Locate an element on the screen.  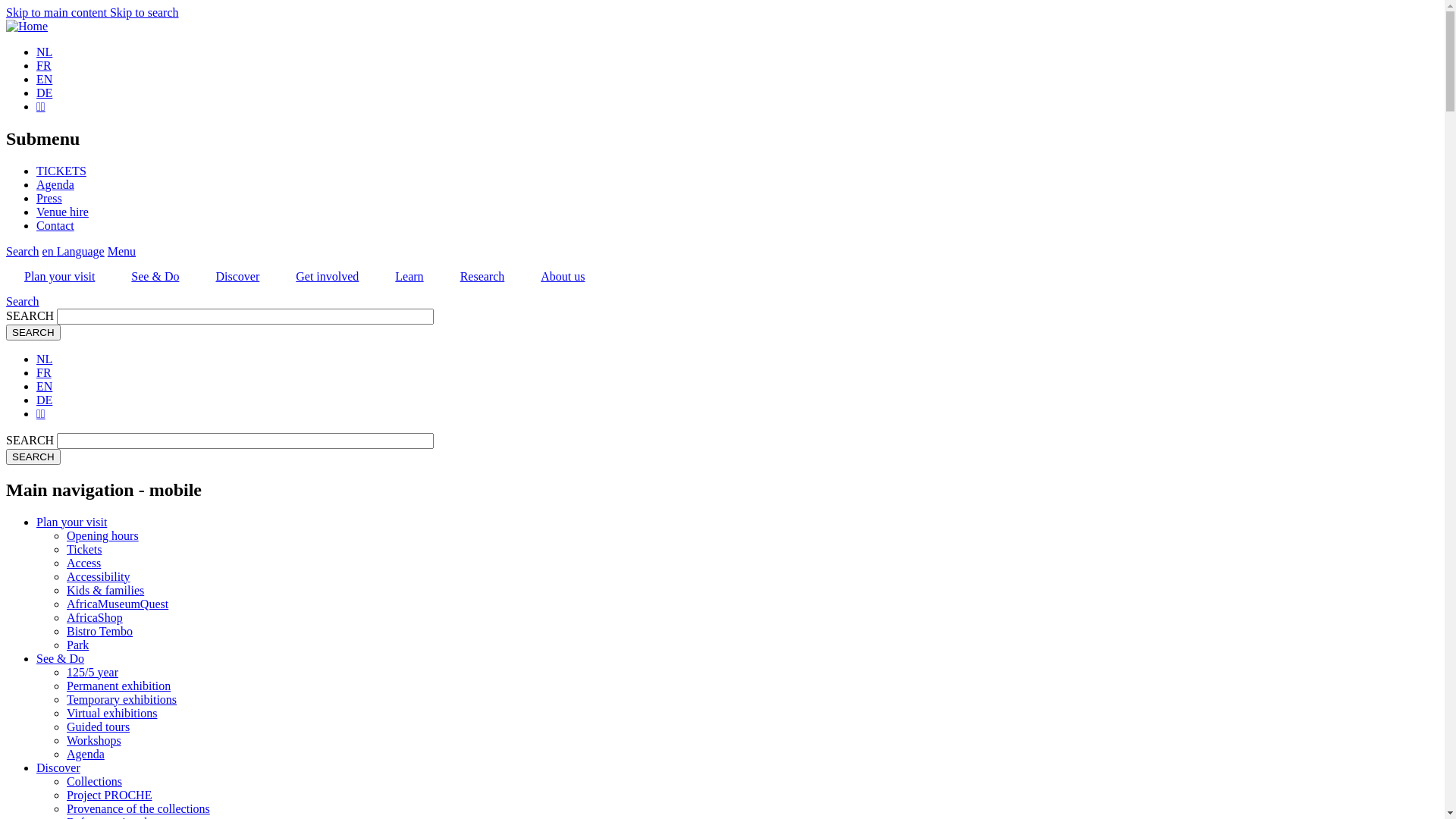
'Discover' is located at coordinates (58, 767).